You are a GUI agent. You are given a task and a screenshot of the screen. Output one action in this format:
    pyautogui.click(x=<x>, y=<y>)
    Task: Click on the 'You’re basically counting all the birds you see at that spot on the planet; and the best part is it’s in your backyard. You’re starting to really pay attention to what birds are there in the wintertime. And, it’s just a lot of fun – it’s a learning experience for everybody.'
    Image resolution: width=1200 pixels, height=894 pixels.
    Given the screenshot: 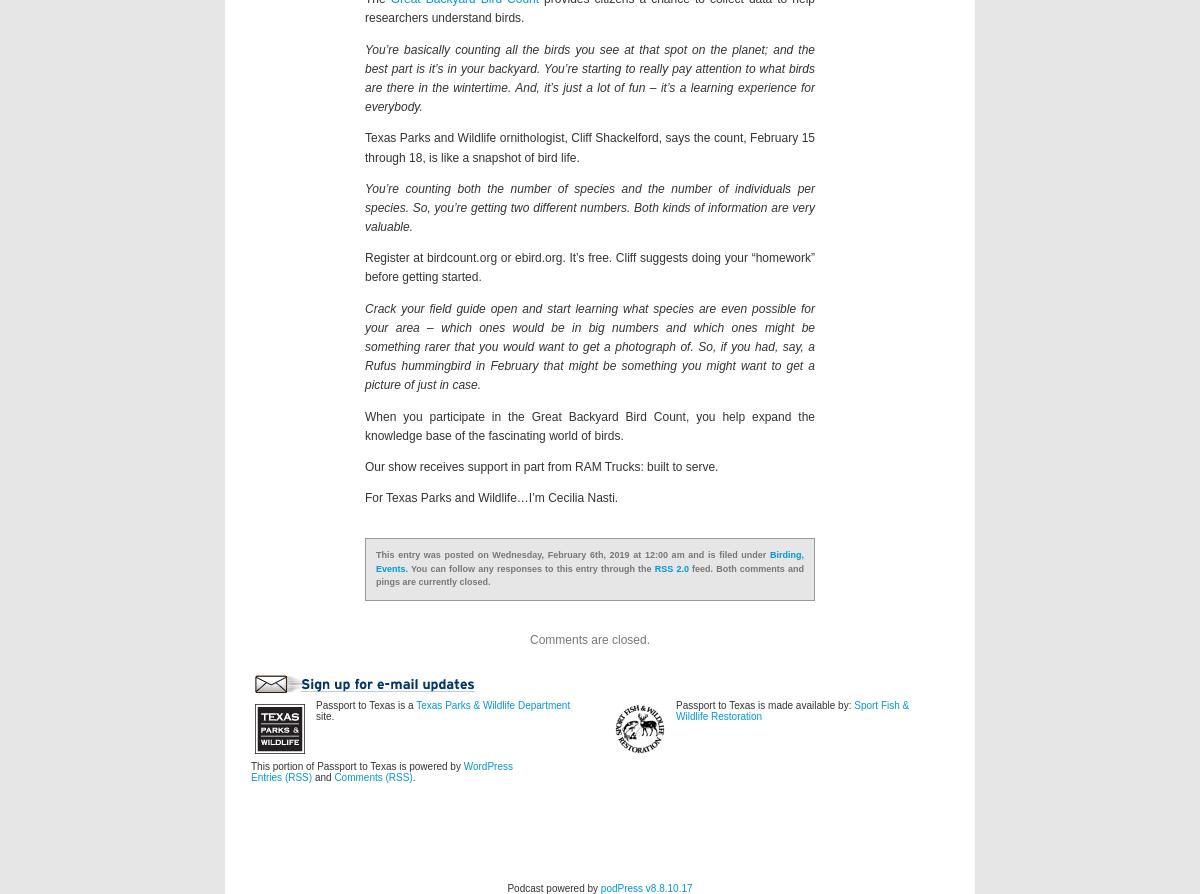 What is the action you would take?
    pyautogui.click(x=589, y=77)
    